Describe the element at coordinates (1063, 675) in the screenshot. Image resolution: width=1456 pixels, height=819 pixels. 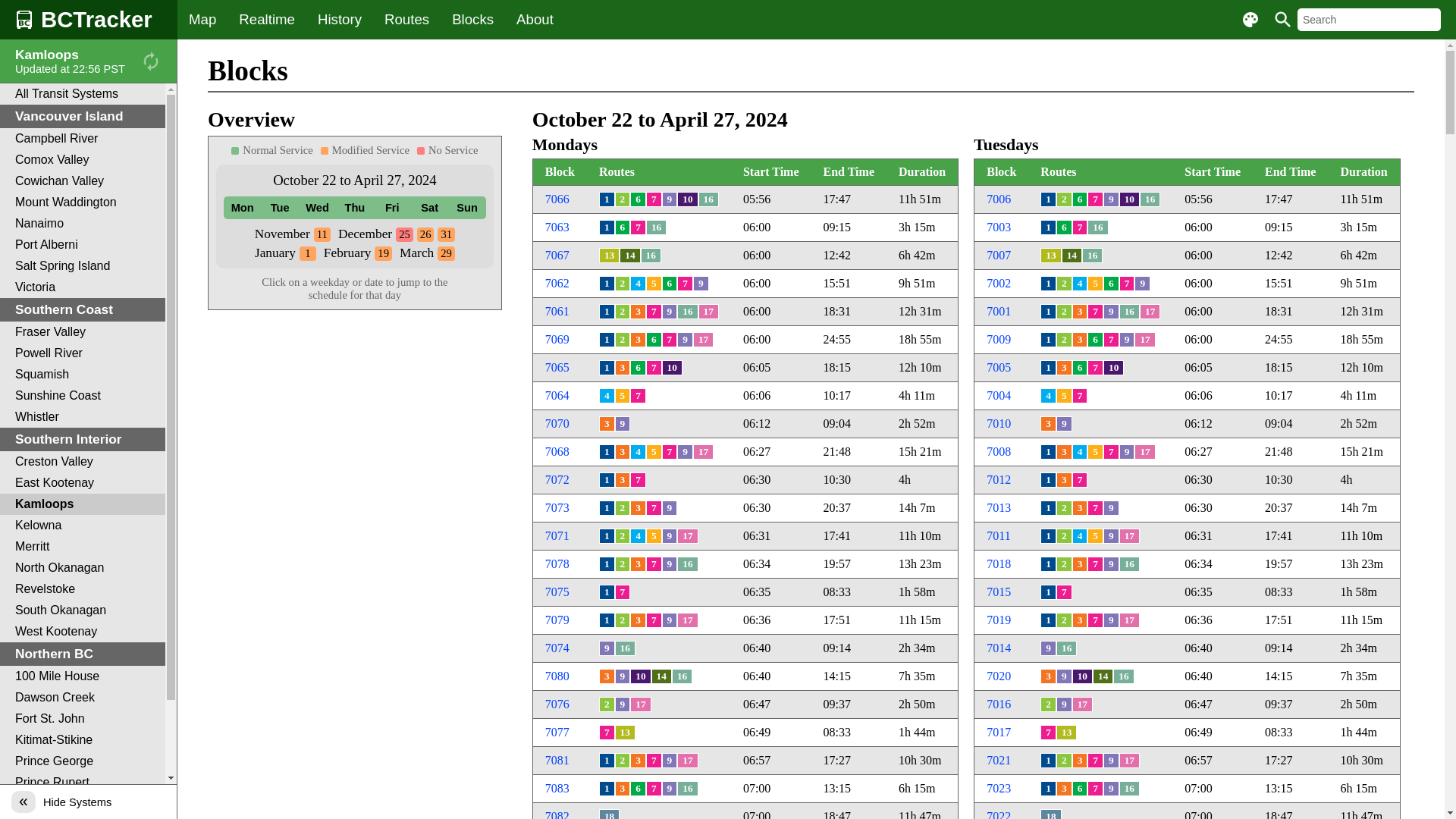
I see `'9'` at that location.